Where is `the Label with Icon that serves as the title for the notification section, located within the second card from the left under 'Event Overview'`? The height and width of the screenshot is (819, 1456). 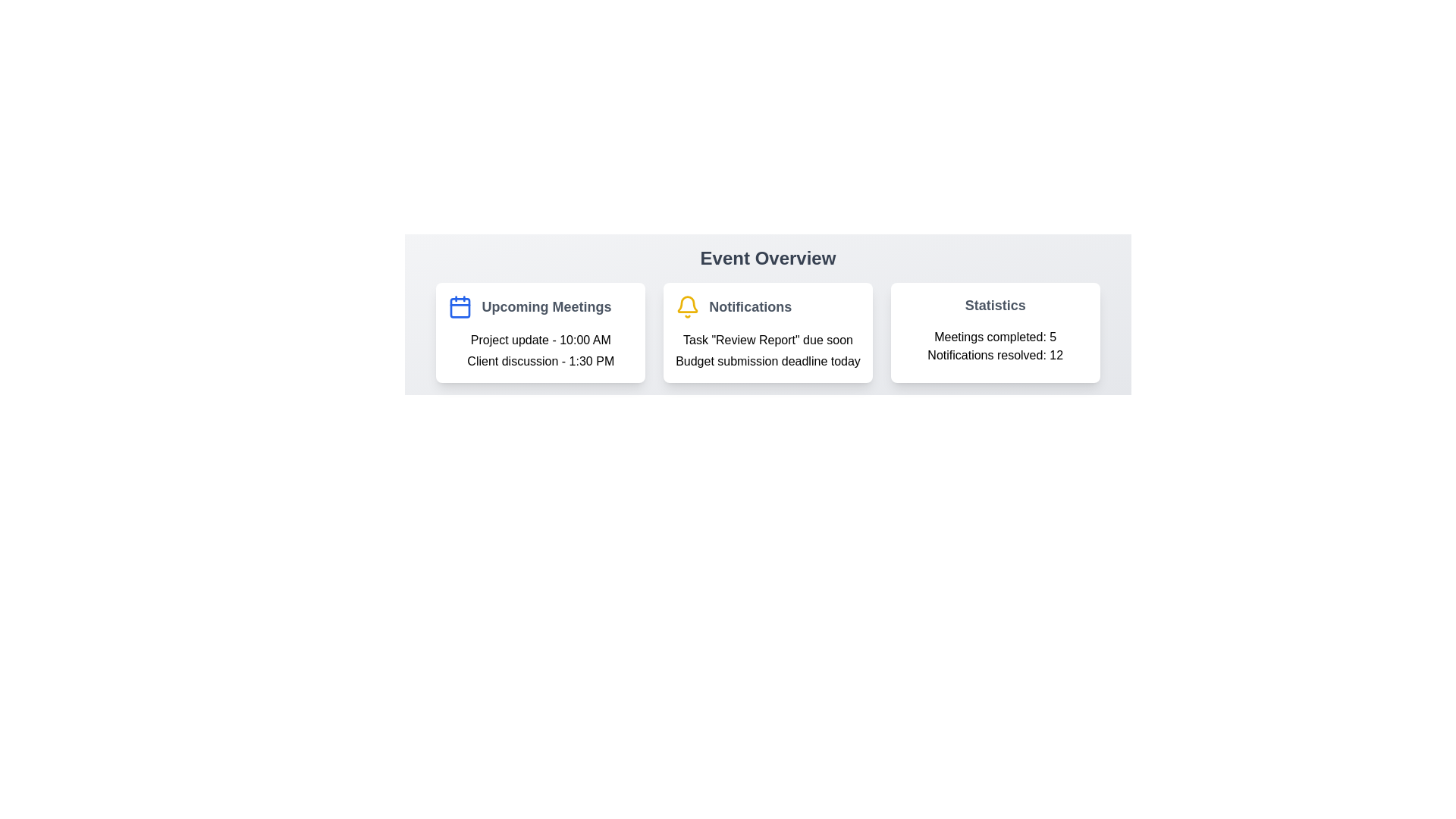 the Label with Icon that serves as the title for the notification section, located within the second card from the left under 'Event Overview' is located at coordinates (767, 307).